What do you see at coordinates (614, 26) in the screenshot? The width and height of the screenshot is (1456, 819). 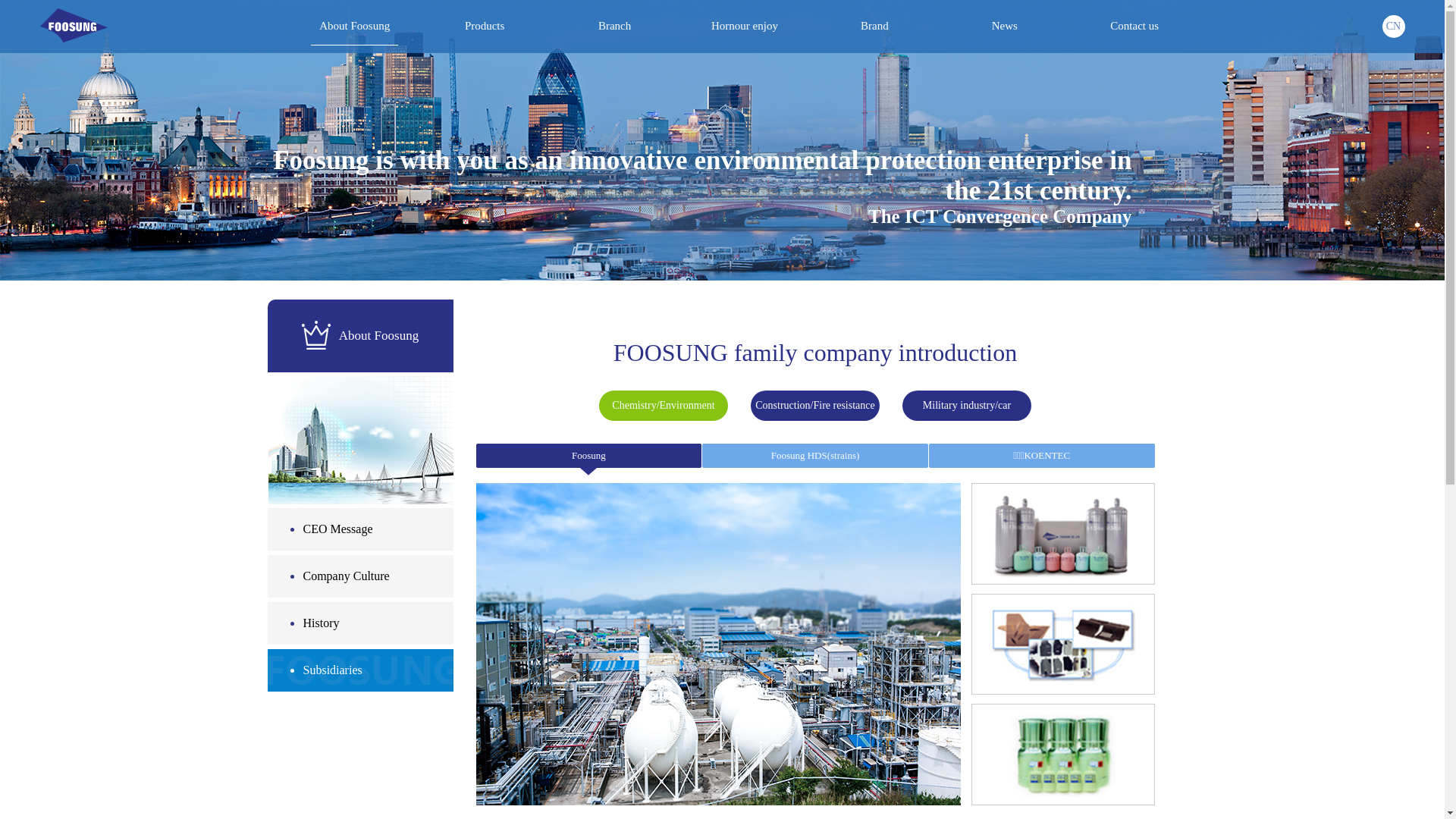 I see `'Branch'` at bounding box center [614, 26].